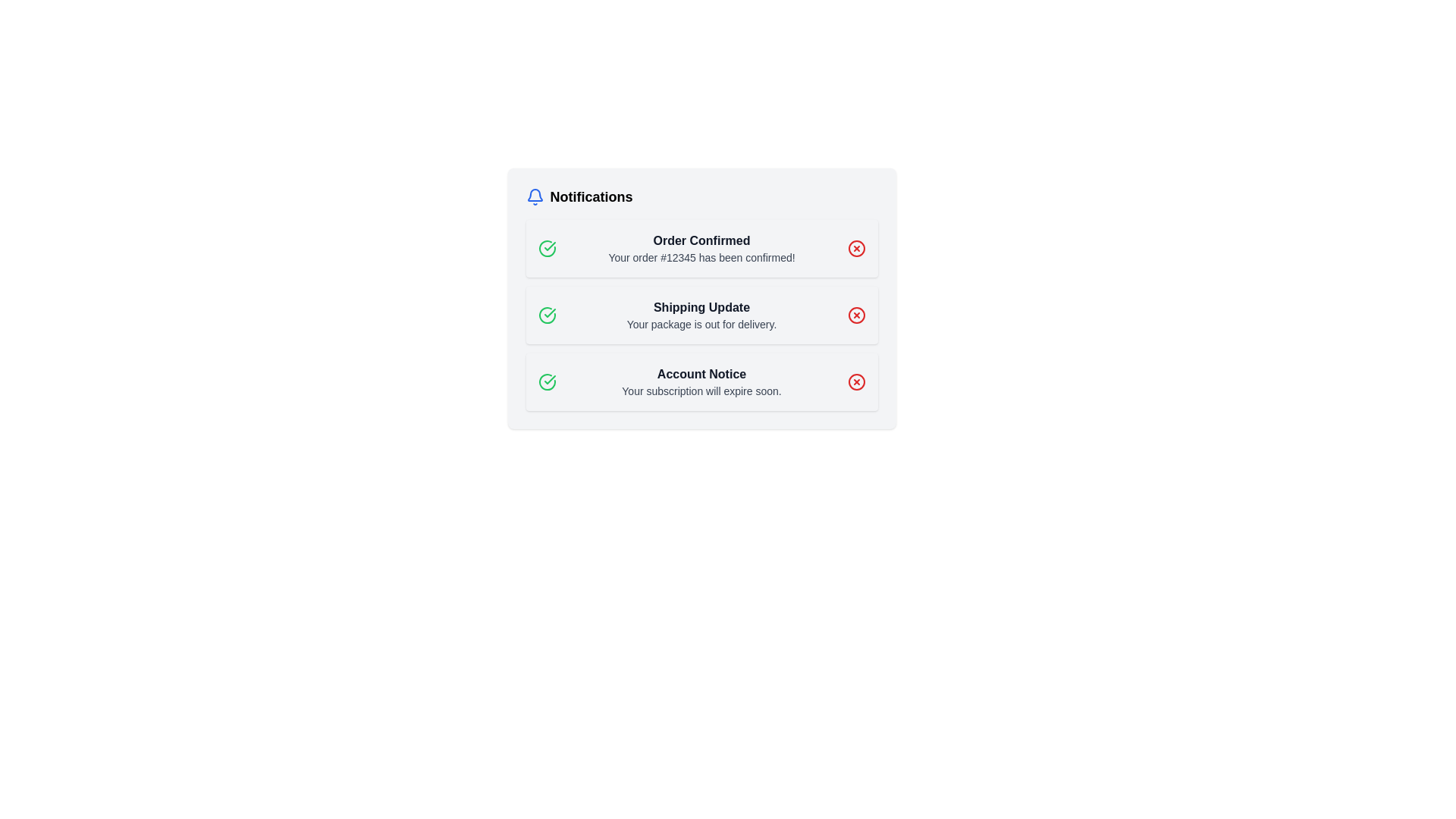 This screenshot has width=1456, height=819. Describe the element at coordinates (546, 315) in the screenshot. I see `the visual indicator icon for the 'Shipping Update' notification, which is located in the second row of the notification list, to the left of the text label` at that location.